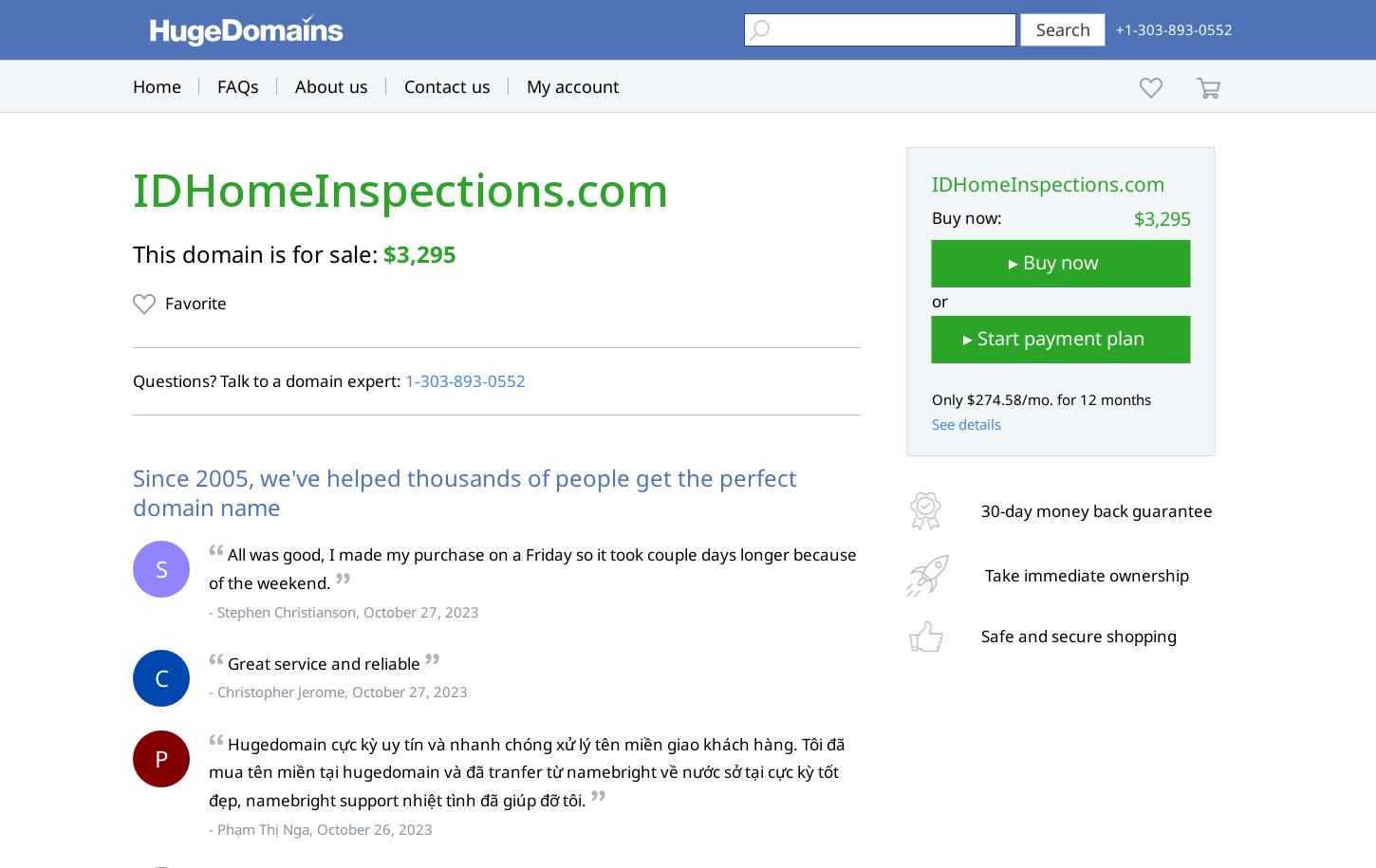  I want to click on 'Hugedomain cực kỳ uy tín và nhanh chóng xử lý tên miền giao khách hàng. Tôi đã mua tên miền tại hugedomain và đã tranfer từ namebright về nước sở tại cực kỳ tốt đẹp, namebright support nhiệt tình đã giúp đỡ tôi.', so click(527, 770).